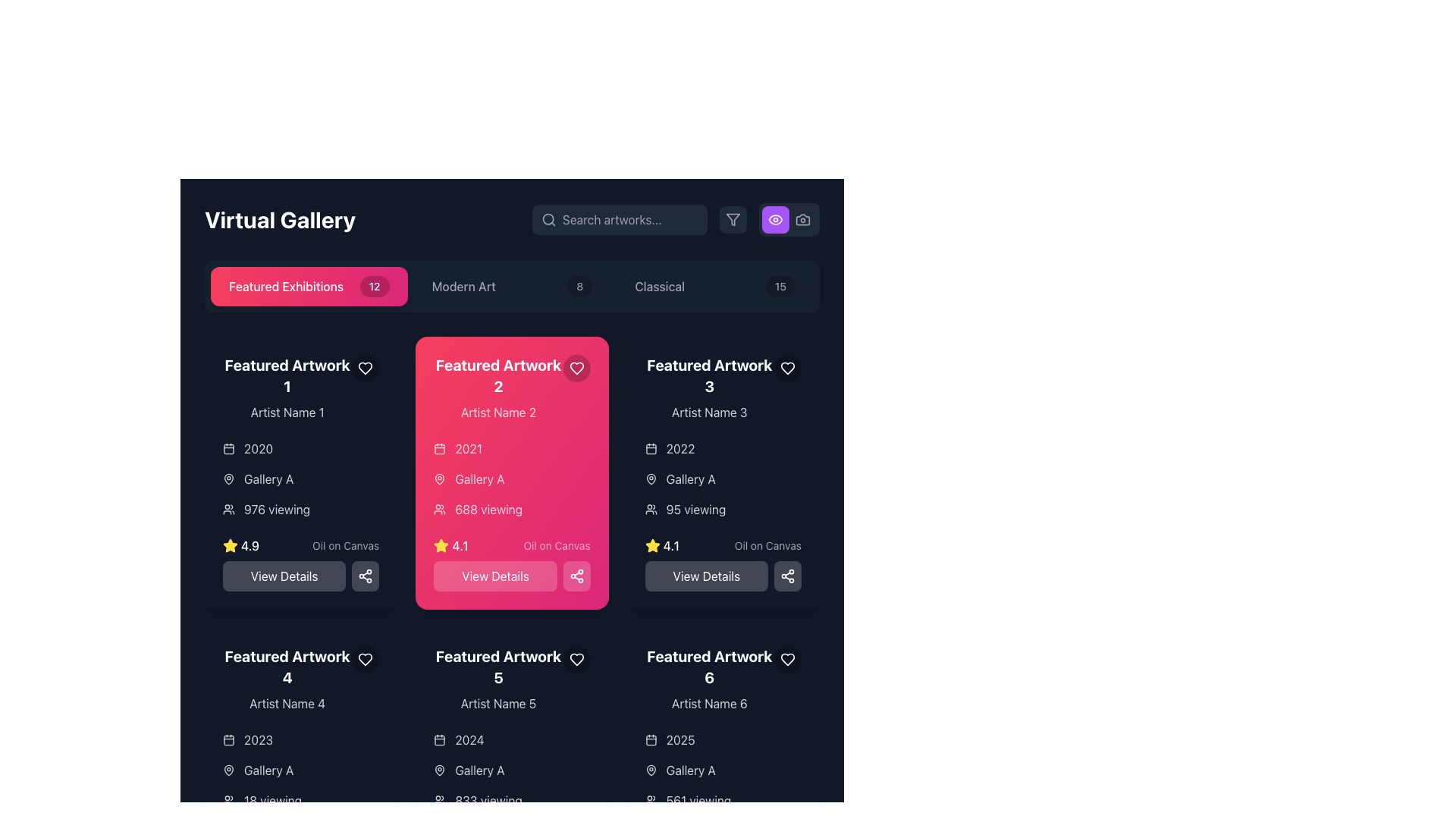  What do you see at coordinates (512, 564) in the screenshot?
I see `the 'View Details' button, which is a rectangular button with white text on a pink background, located at the bottom of the card titled 'Featured Artwork 2'` at bounding box center [512, 564].